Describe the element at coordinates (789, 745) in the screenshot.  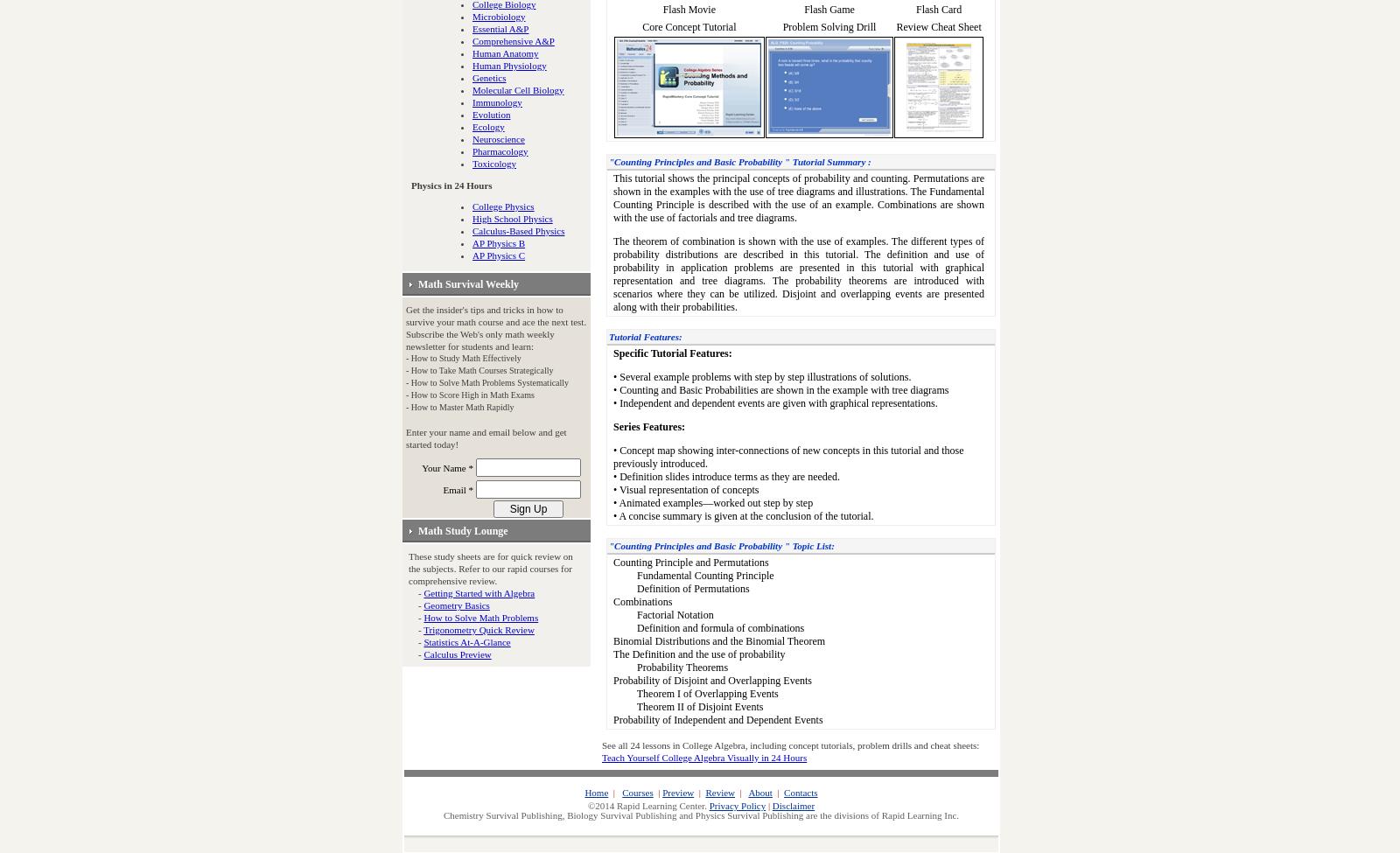
I see `'See all 24 lessons in College Algebra, including concept tutorials, problem drills and cheat sheets:'` at that location.